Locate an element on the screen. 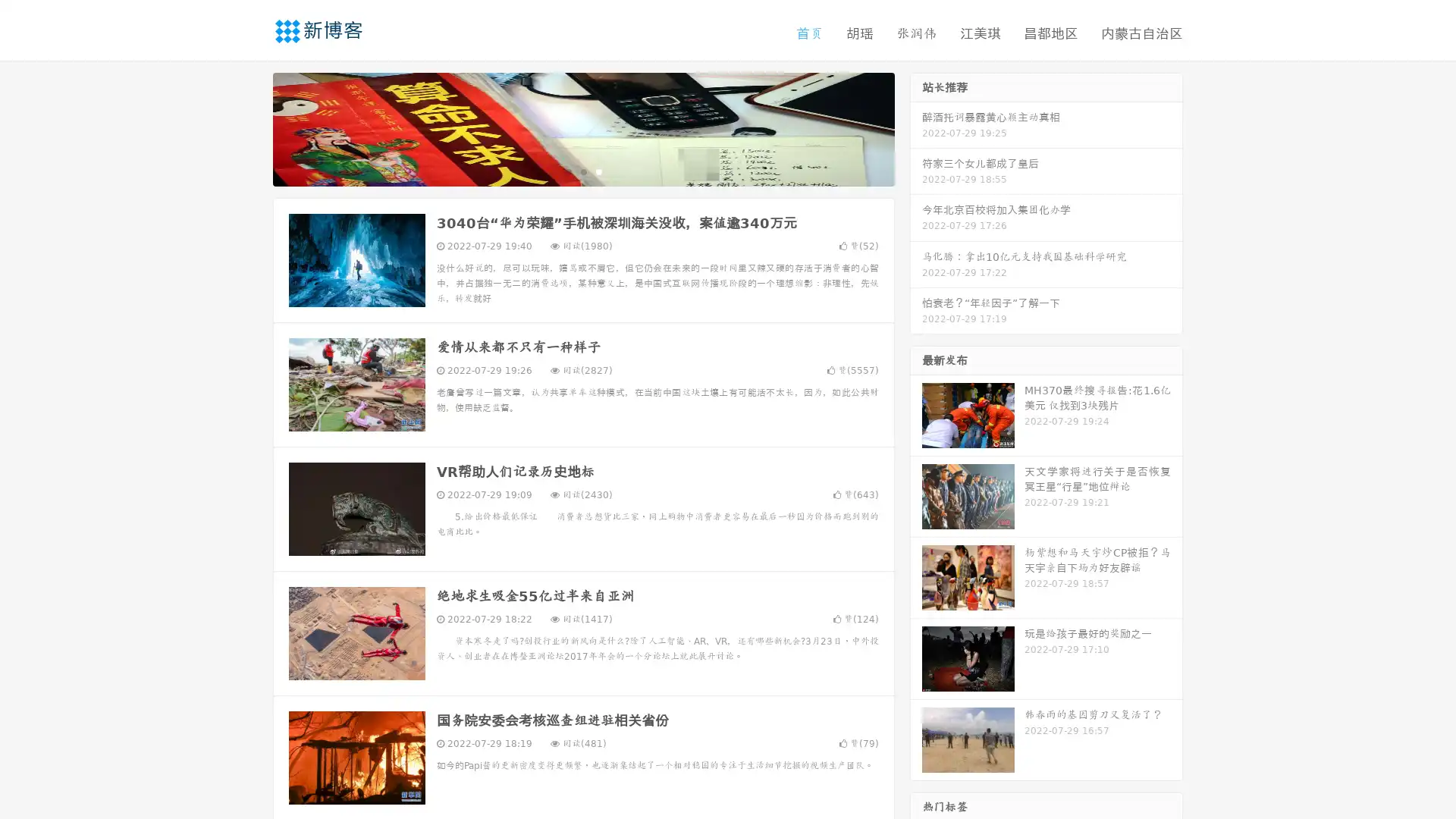 The image size is (1456, 819). Next slide is located at coordinates (916, 127).